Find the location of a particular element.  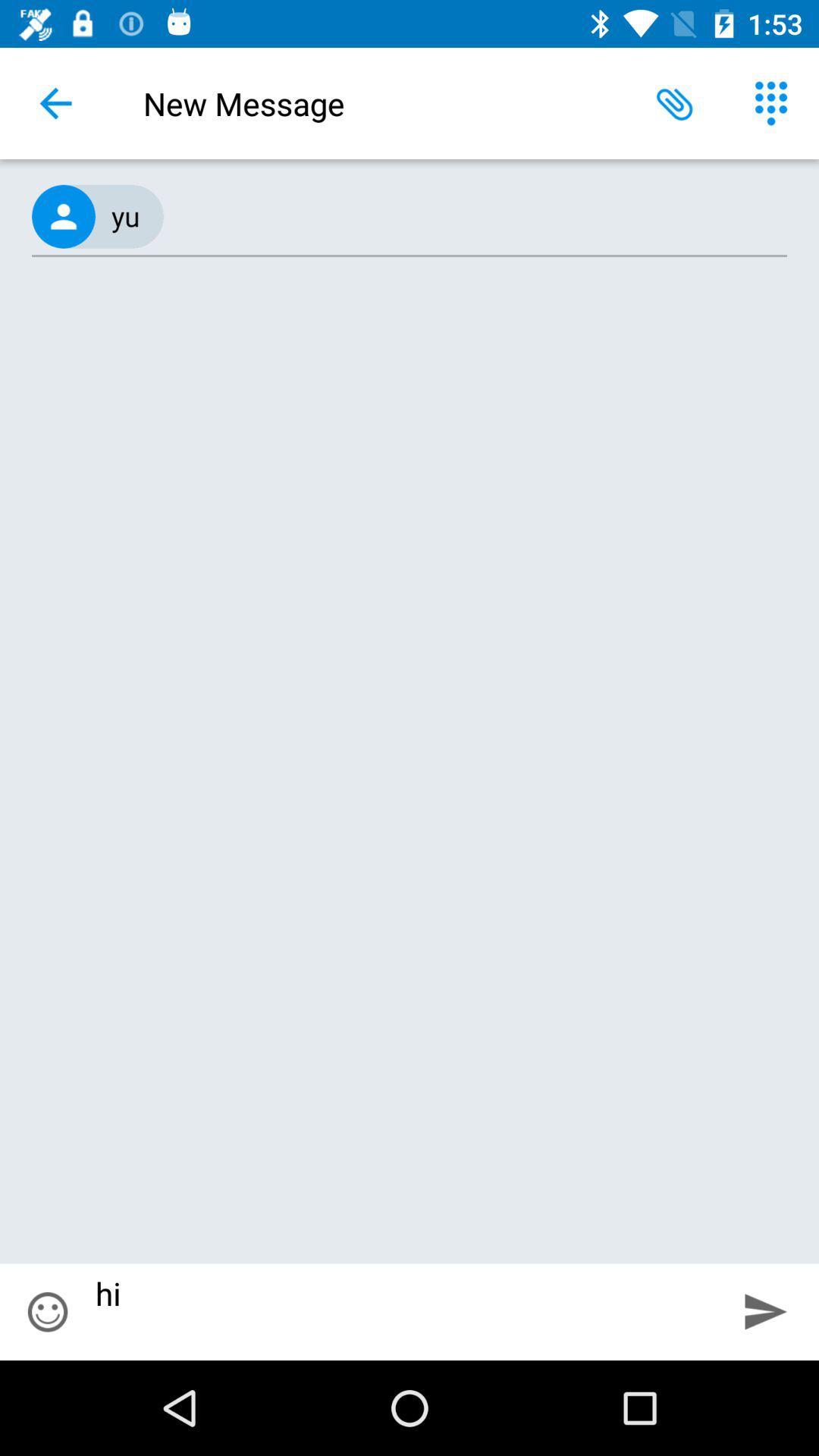

smile image is located at coordinates (46, 1311).